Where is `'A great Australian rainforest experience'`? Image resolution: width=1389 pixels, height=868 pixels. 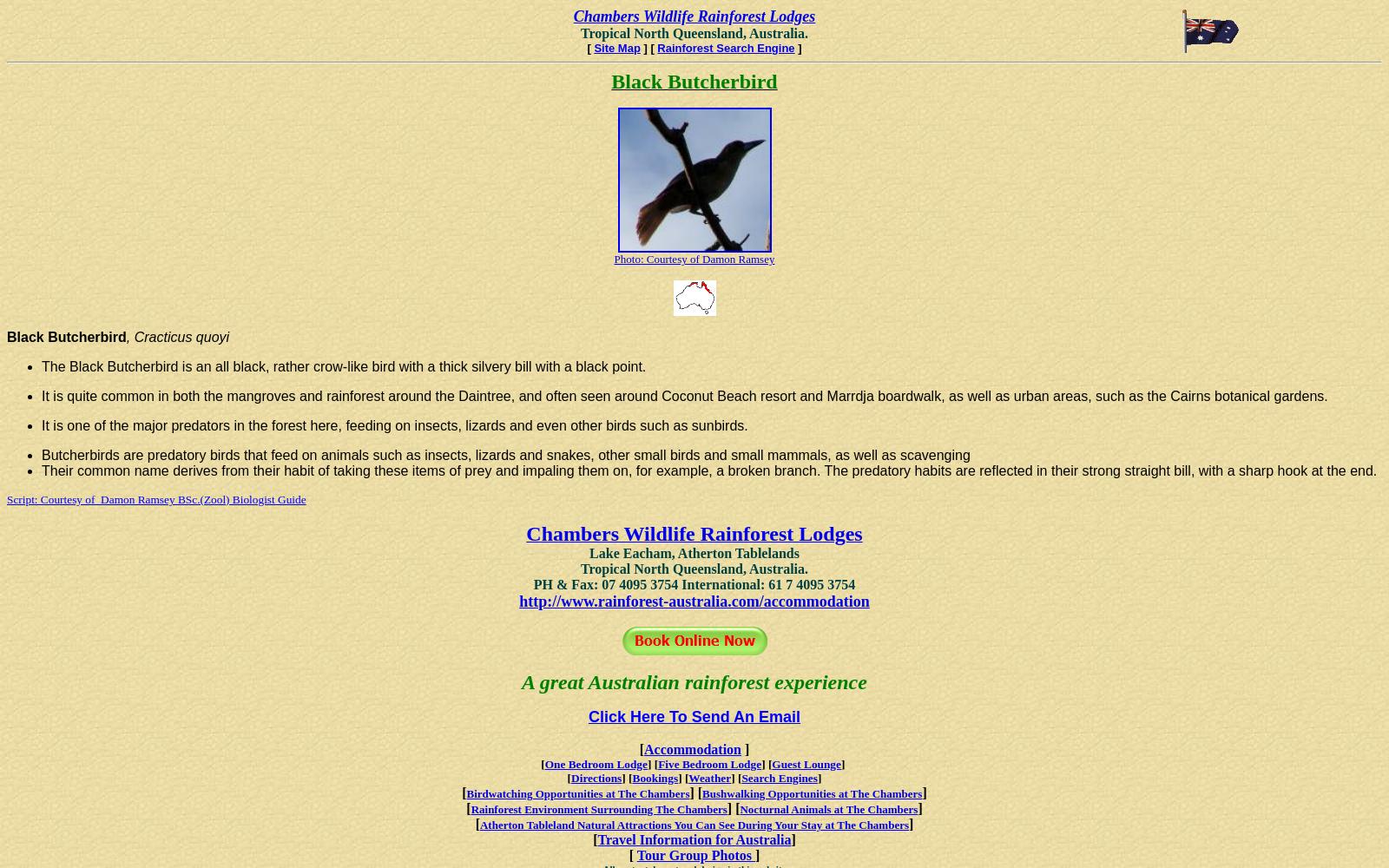 'A great Australian rainforest experience' is located at coordinates (520, 682).